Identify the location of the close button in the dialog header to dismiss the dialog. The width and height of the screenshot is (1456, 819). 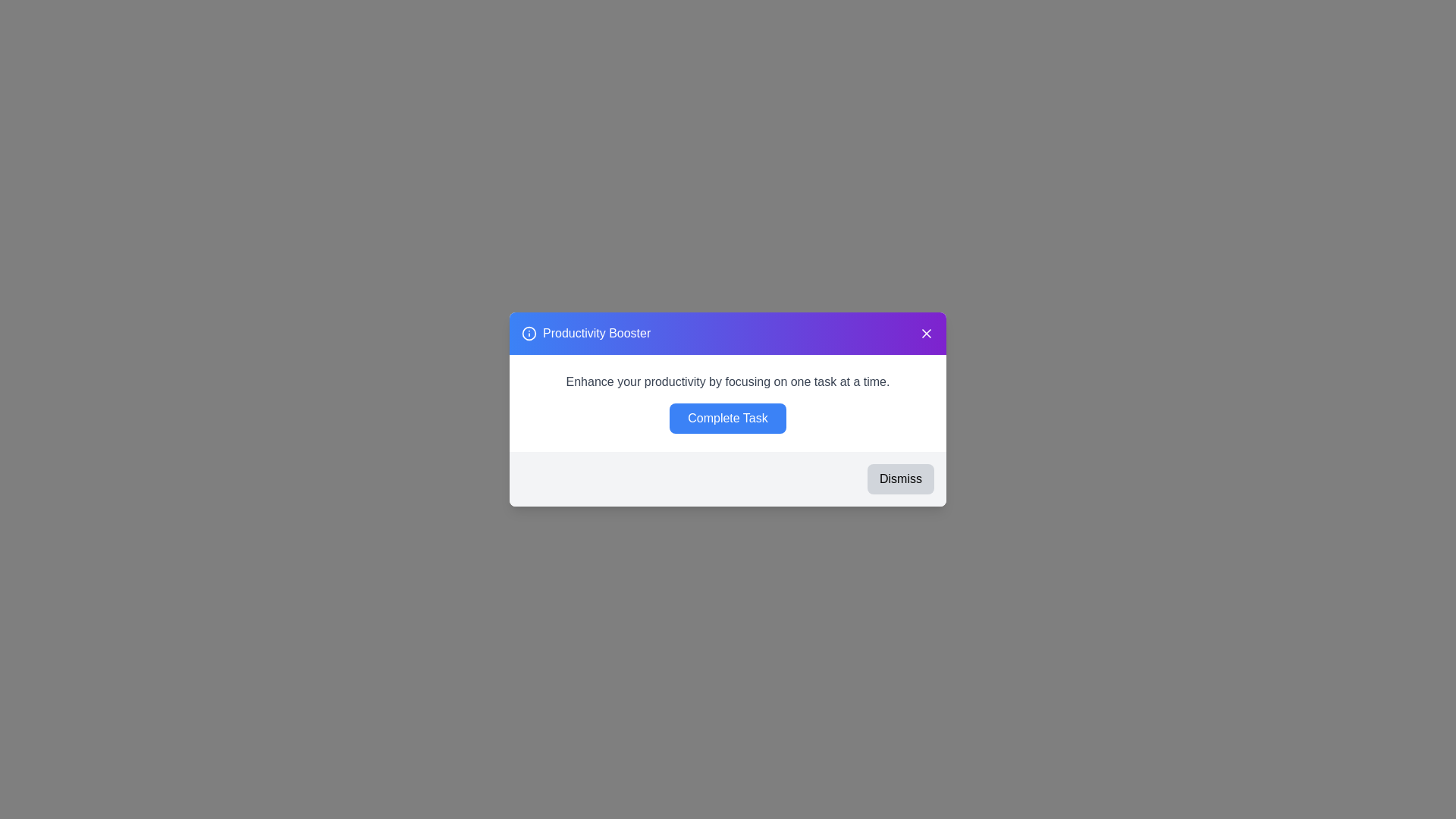
(926, 332).